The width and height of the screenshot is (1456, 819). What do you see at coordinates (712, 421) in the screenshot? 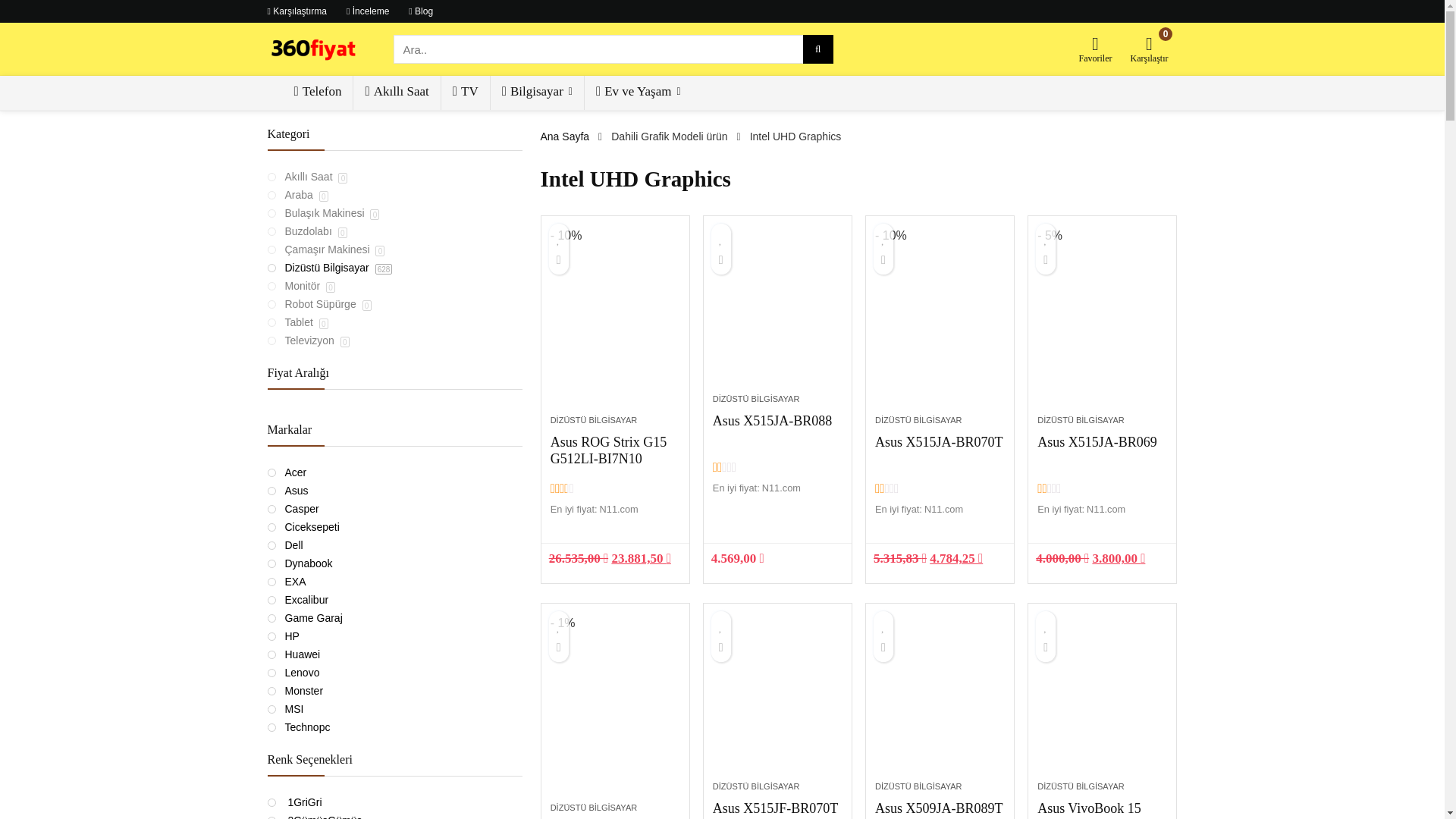
I see `'Asus X515JA-BR088'` at bounding box center [712, 421].